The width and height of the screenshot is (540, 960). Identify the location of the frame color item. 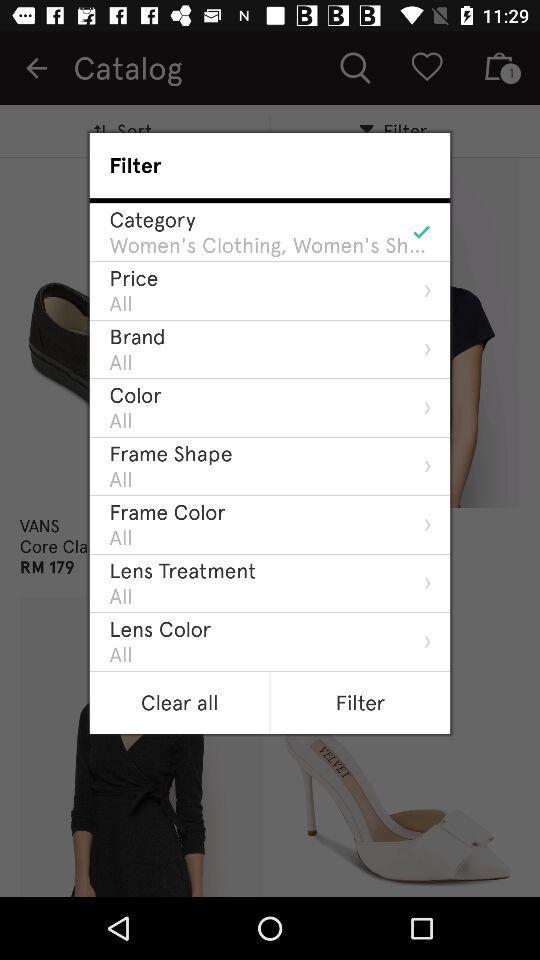
(166, 511).